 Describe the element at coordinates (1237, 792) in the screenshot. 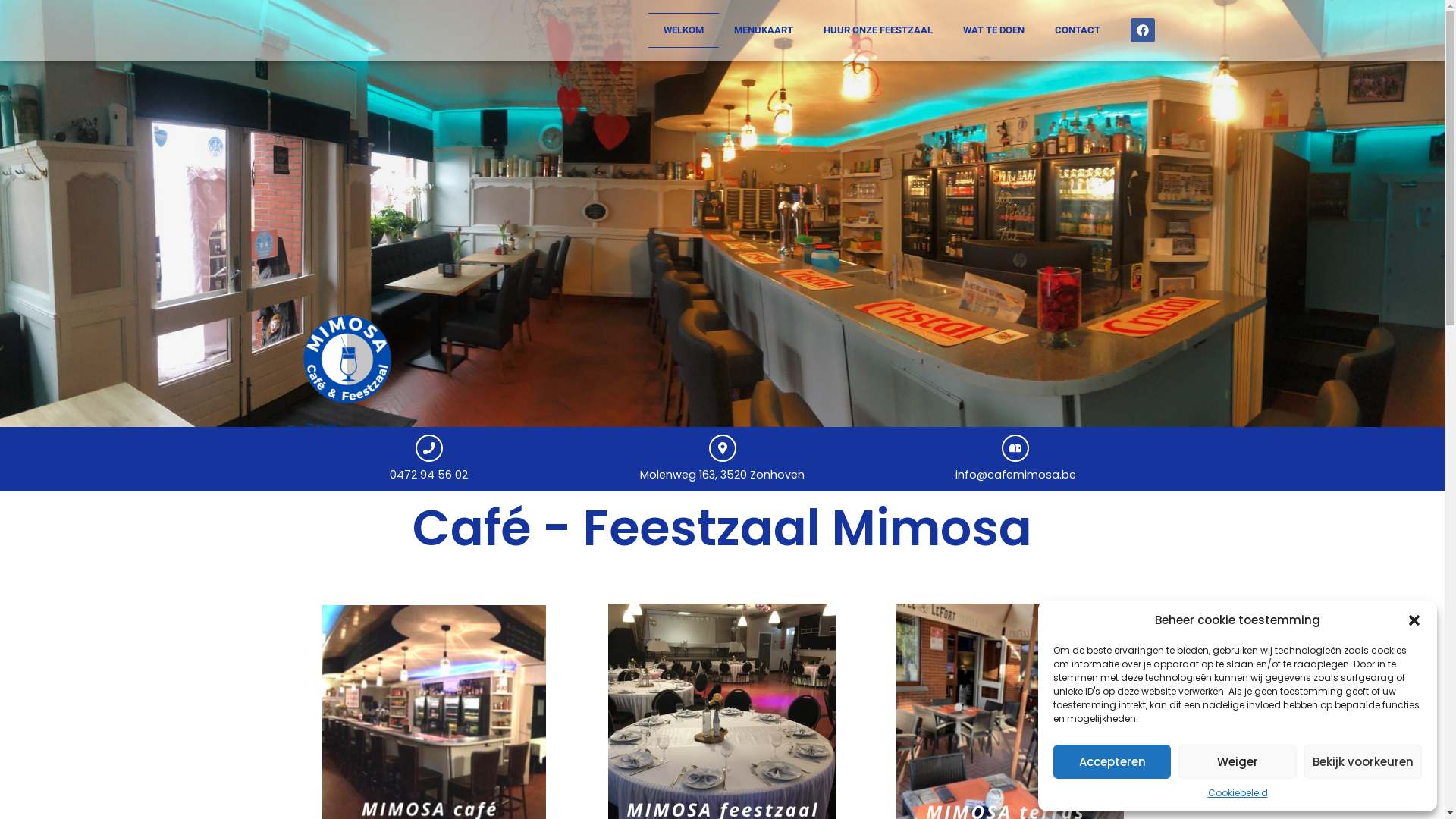

I see `'Cookiebeleid'` at that location.